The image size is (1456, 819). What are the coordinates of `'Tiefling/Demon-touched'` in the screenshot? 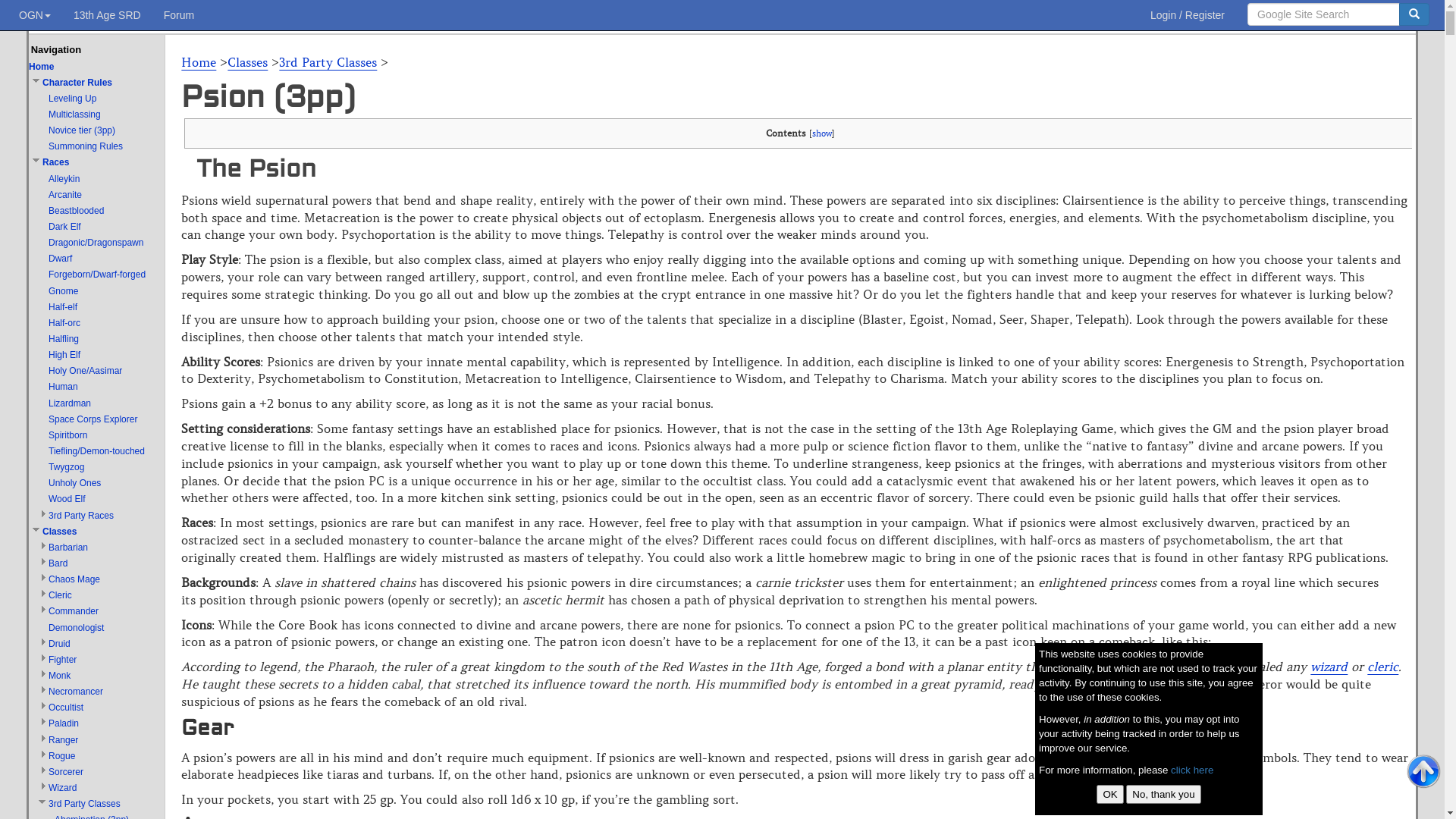 It's located at (96, 450).